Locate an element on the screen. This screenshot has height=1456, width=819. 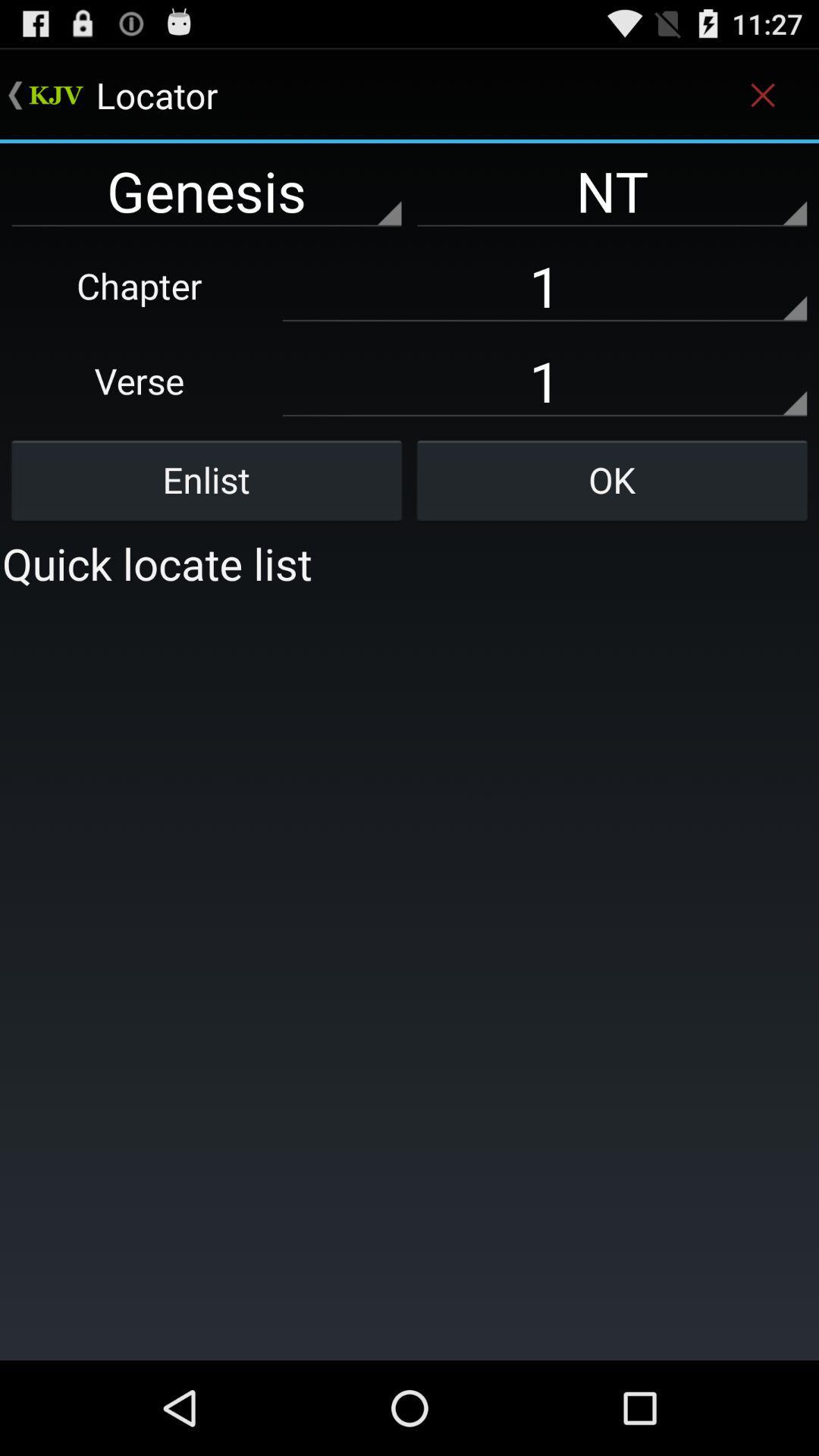
the app above the quick locate list icon is located at coordinates (611, 479).